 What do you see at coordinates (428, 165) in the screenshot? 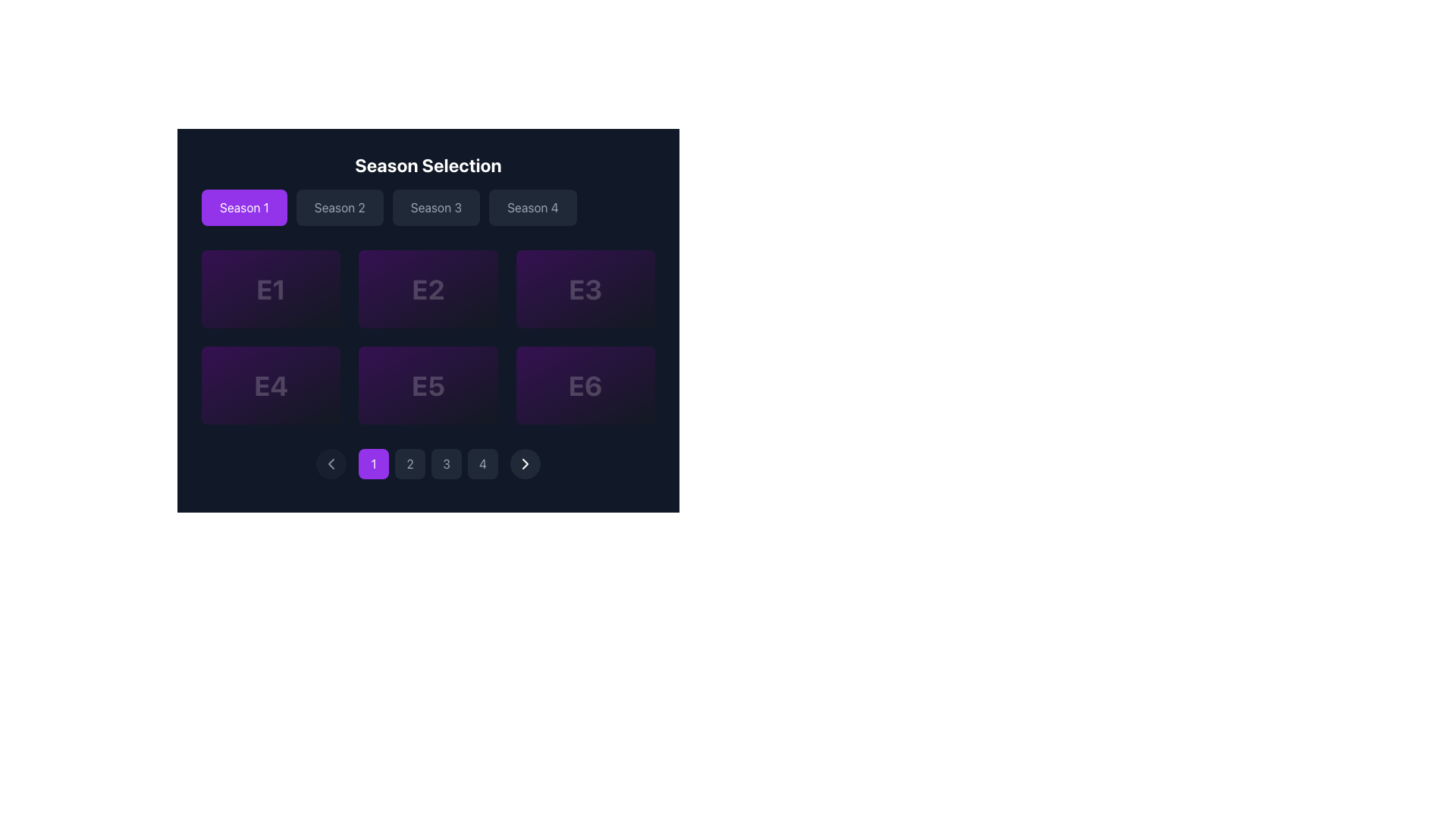
I see `the text label that says 'Season Selection', which is styled in bold, white text and is centered at the top of the dark background, indicating the title of the section` at bounding box center [428, 165].